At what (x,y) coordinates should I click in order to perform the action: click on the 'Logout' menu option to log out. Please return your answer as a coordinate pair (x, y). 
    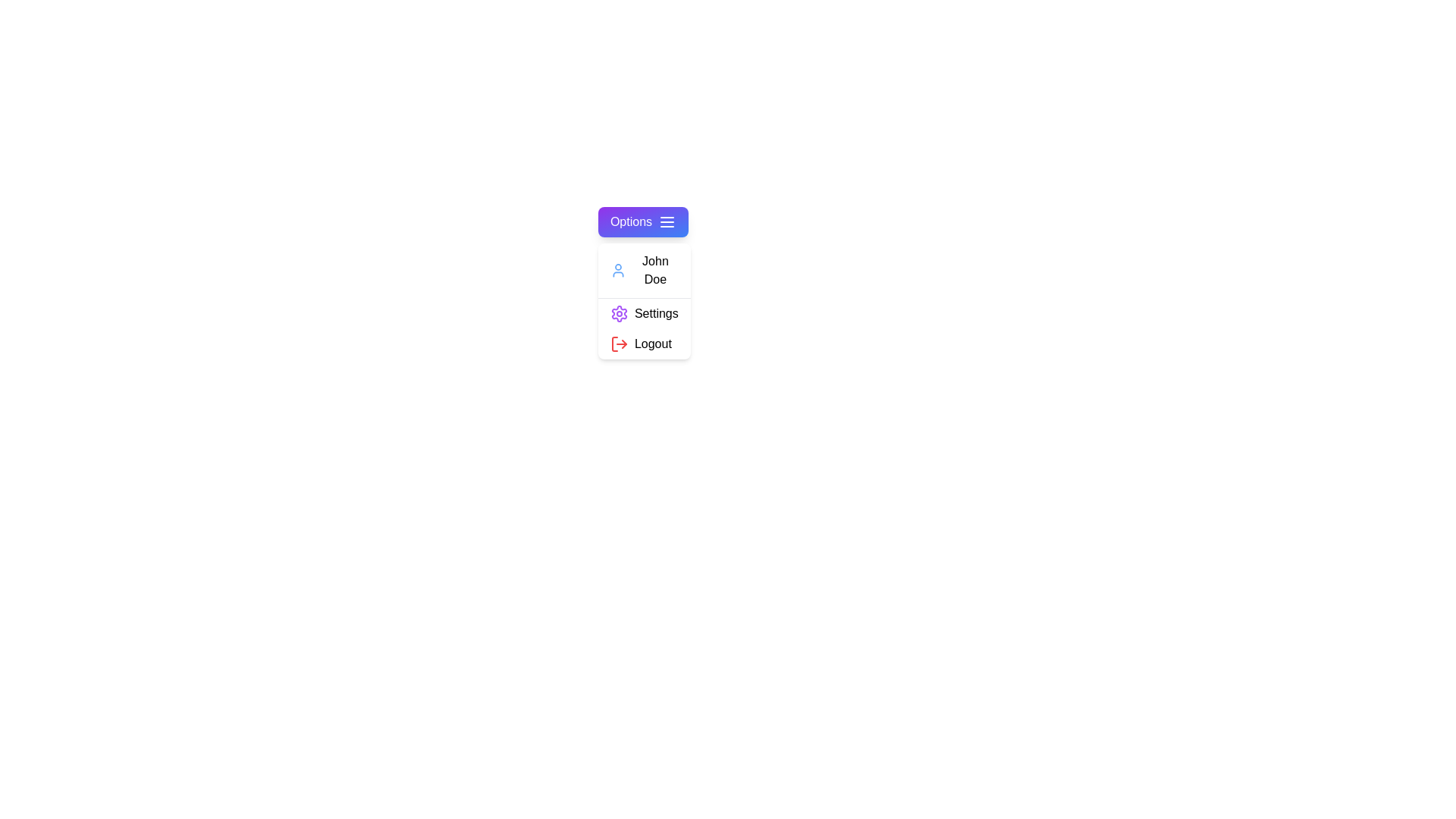
    Looking at the image, I should click on (644, 344).